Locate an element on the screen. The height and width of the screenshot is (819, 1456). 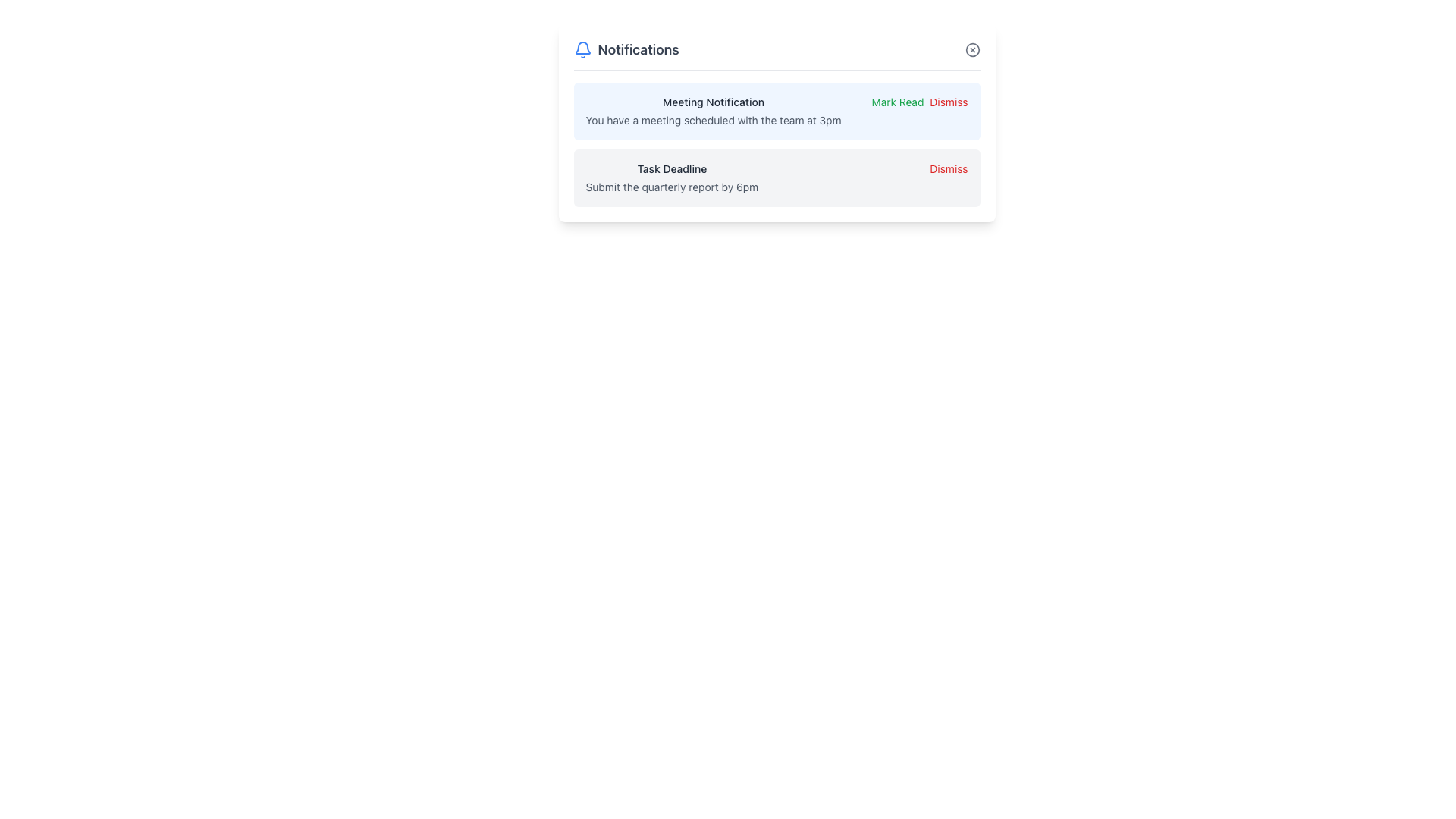
the text 'You have a meeting scheduled with the team at 3pm', which is styled in light gray color and positioned below 'Meeting Notification' is located at coordinates (712, 119).